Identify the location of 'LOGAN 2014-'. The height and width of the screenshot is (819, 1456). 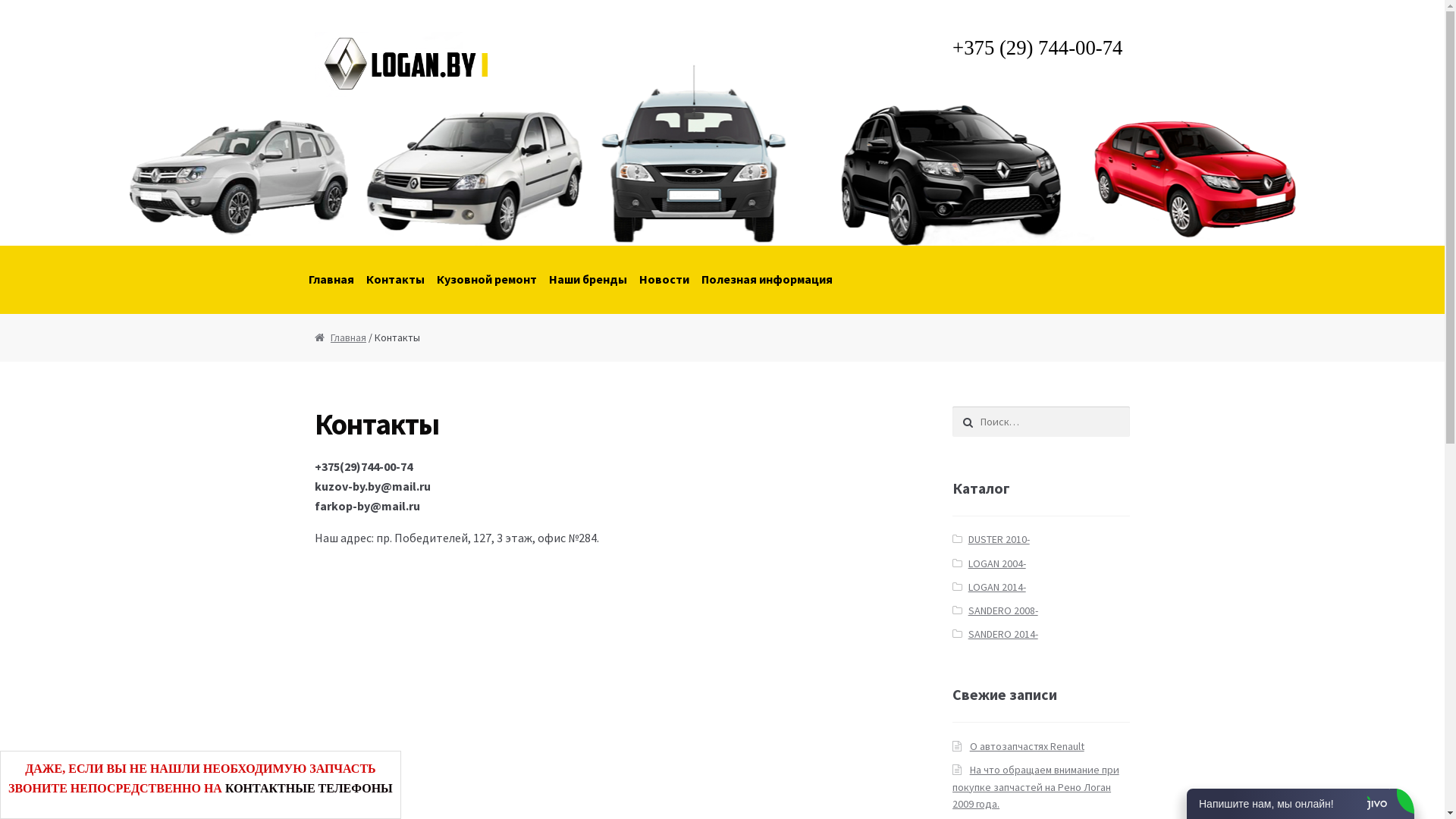
(997, 586).